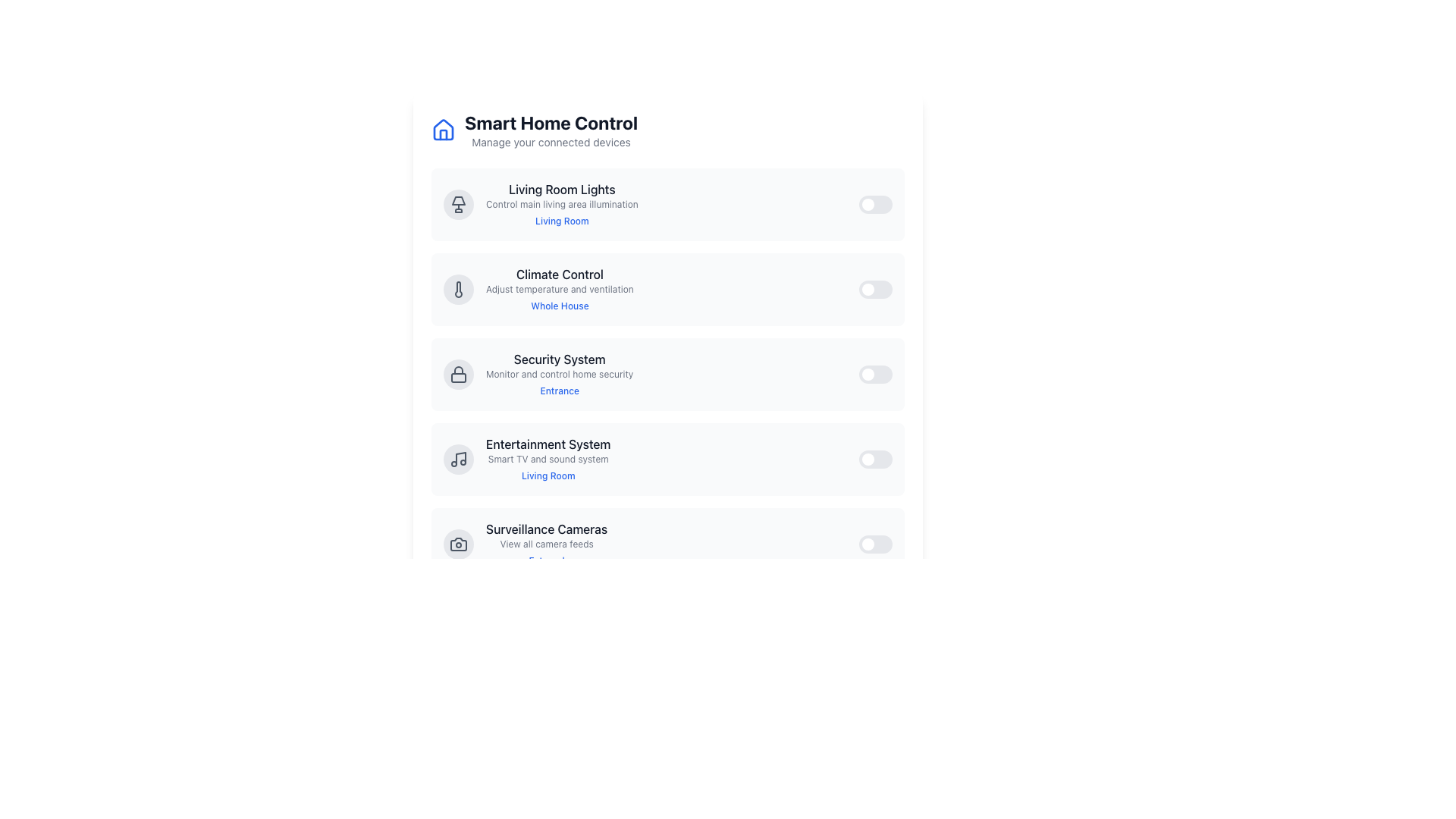 This screenshot has height=819, width=1456. What do you see at coordinates (457, 543) in the screenshot?
I see `the camera icon located in the Surveillance Cameras section of the Smart Home Control interface, which is depicted with a light gray outline and positioned to the left of the section title` at bounding box center [457, 543].